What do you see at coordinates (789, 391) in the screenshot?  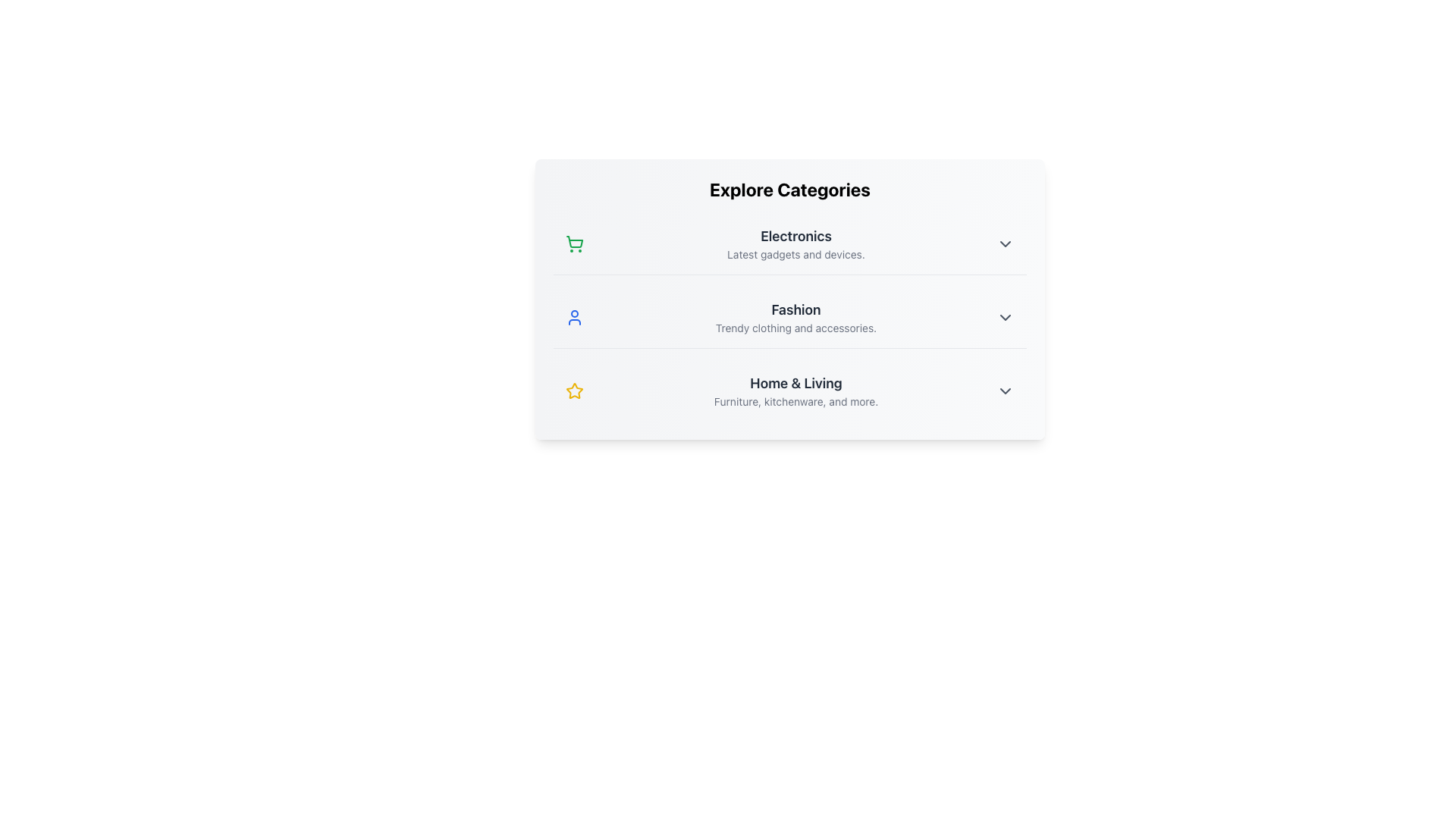 I see `the 'Home & Living' category list item` at bounding box center [789, 391].